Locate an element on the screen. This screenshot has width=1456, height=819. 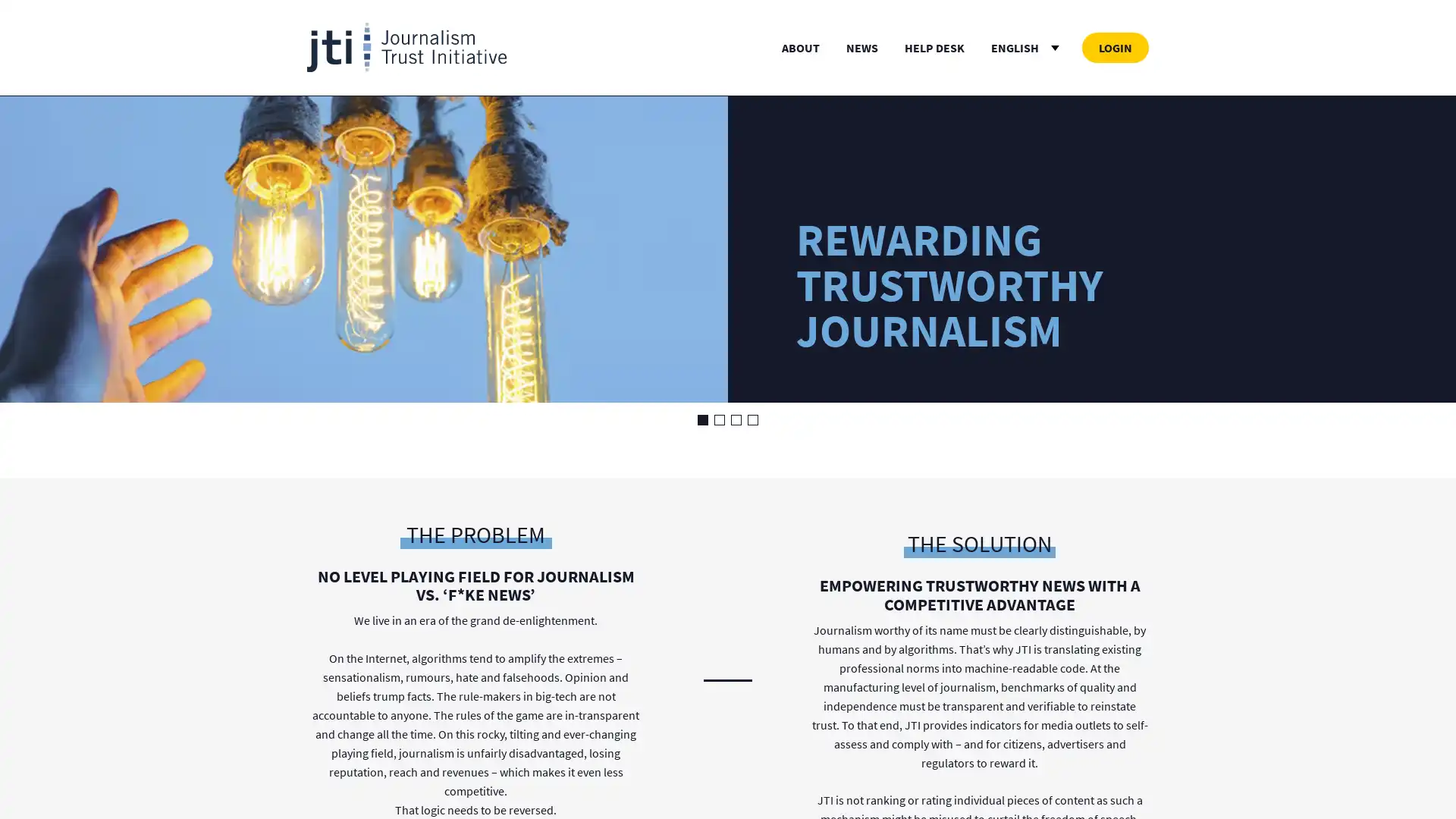
Go to slide 3 is located at coordinates (736, 420).